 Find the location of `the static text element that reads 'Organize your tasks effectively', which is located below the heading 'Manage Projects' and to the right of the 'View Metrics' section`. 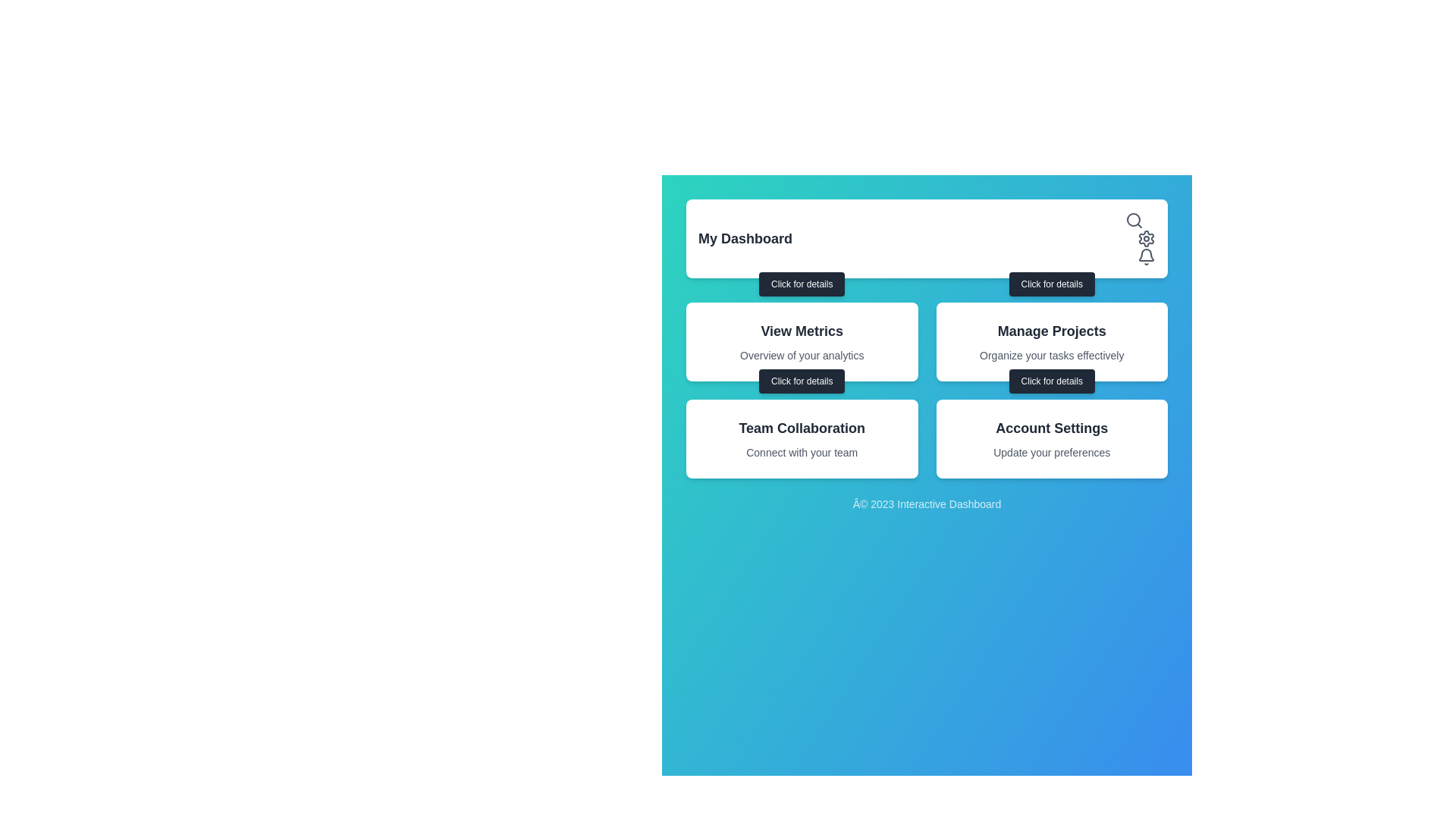

the static text element that reads 'Organize your tasks effectively', which is located below the heading 'Manage Projects' and to the right of the 'View Metrics' section is located at coordinates (1051, 356).